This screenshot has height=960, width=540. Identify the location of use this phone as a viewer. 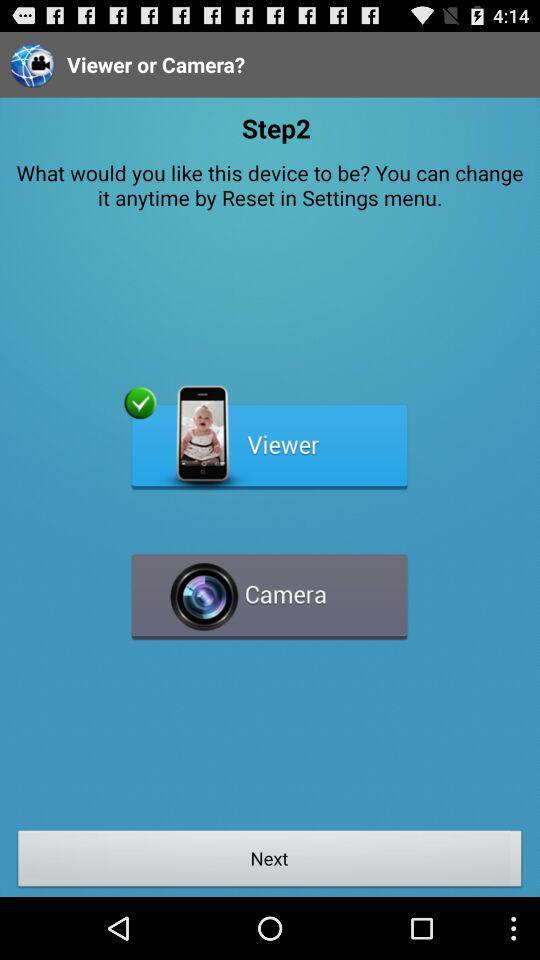
(269, 438).